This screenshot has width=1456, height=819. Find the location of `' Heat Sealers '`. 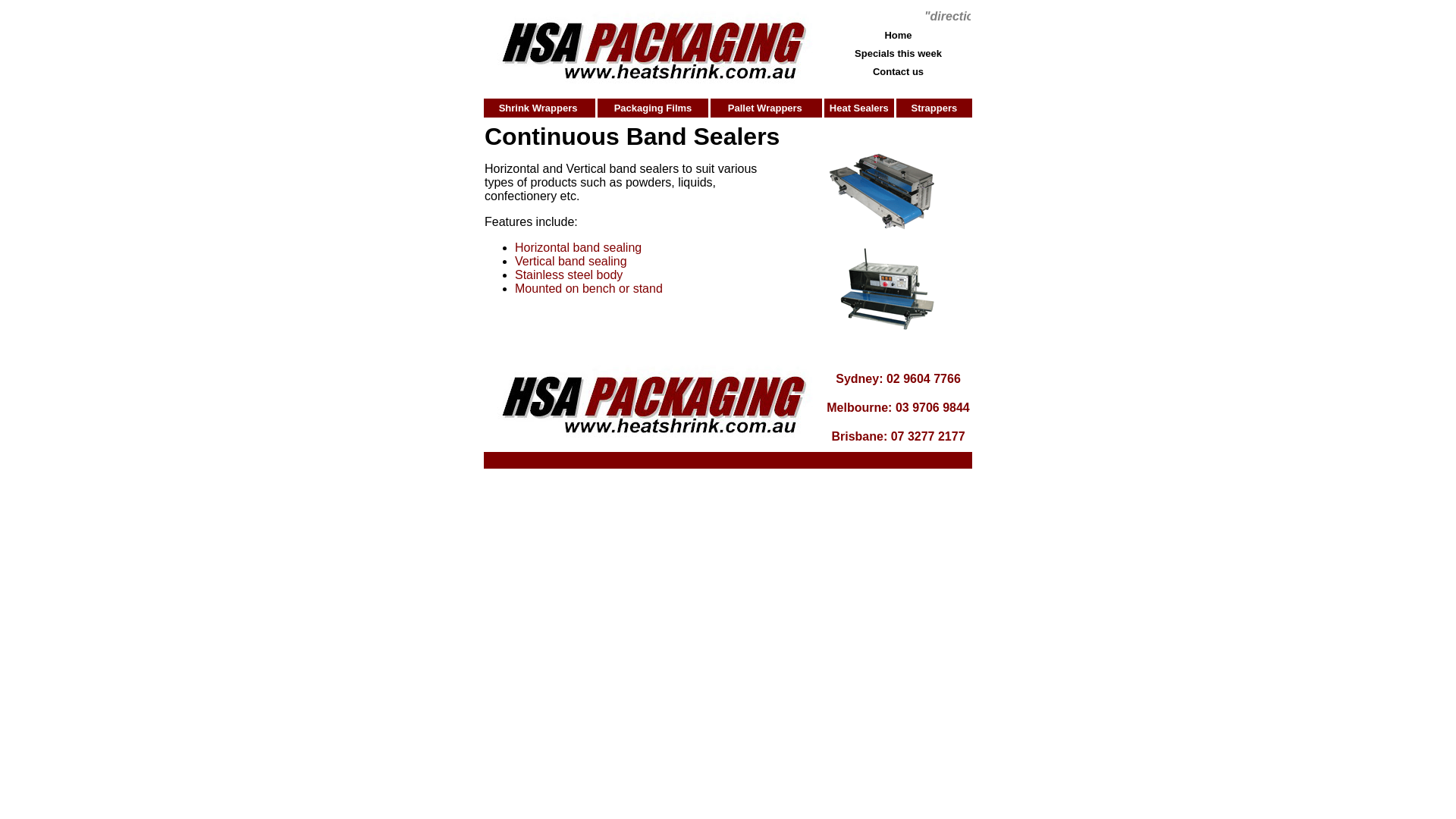

' Heat Sealers ' is located at coordinates (858, 107).